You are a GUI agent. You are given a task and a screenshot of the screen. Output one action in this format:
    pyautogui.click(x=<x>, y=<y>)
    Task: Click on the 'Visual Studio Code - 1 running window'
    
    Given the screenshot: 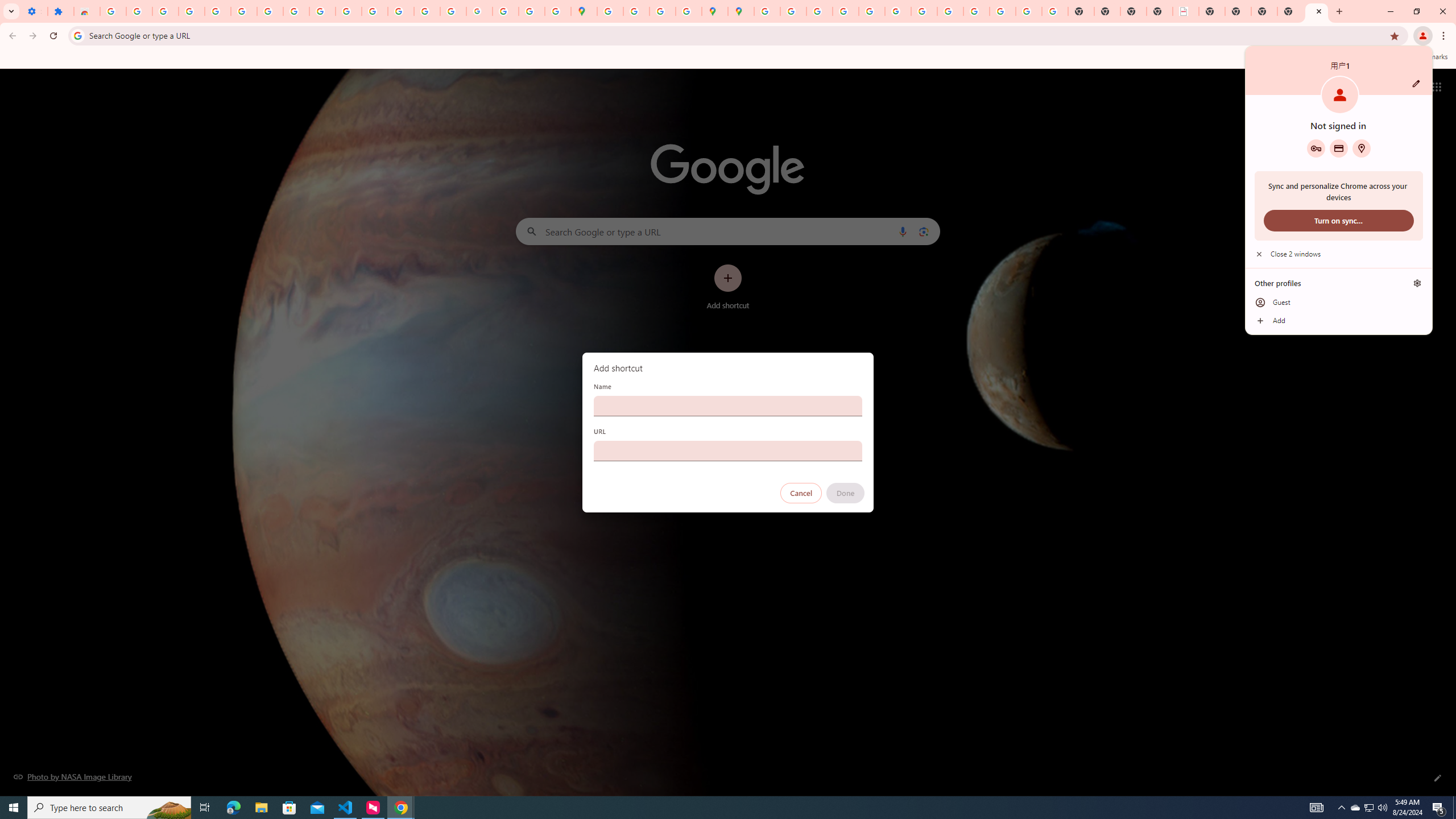 What is the action you would take?
    pyautogui.click(x=345, y=806)
    